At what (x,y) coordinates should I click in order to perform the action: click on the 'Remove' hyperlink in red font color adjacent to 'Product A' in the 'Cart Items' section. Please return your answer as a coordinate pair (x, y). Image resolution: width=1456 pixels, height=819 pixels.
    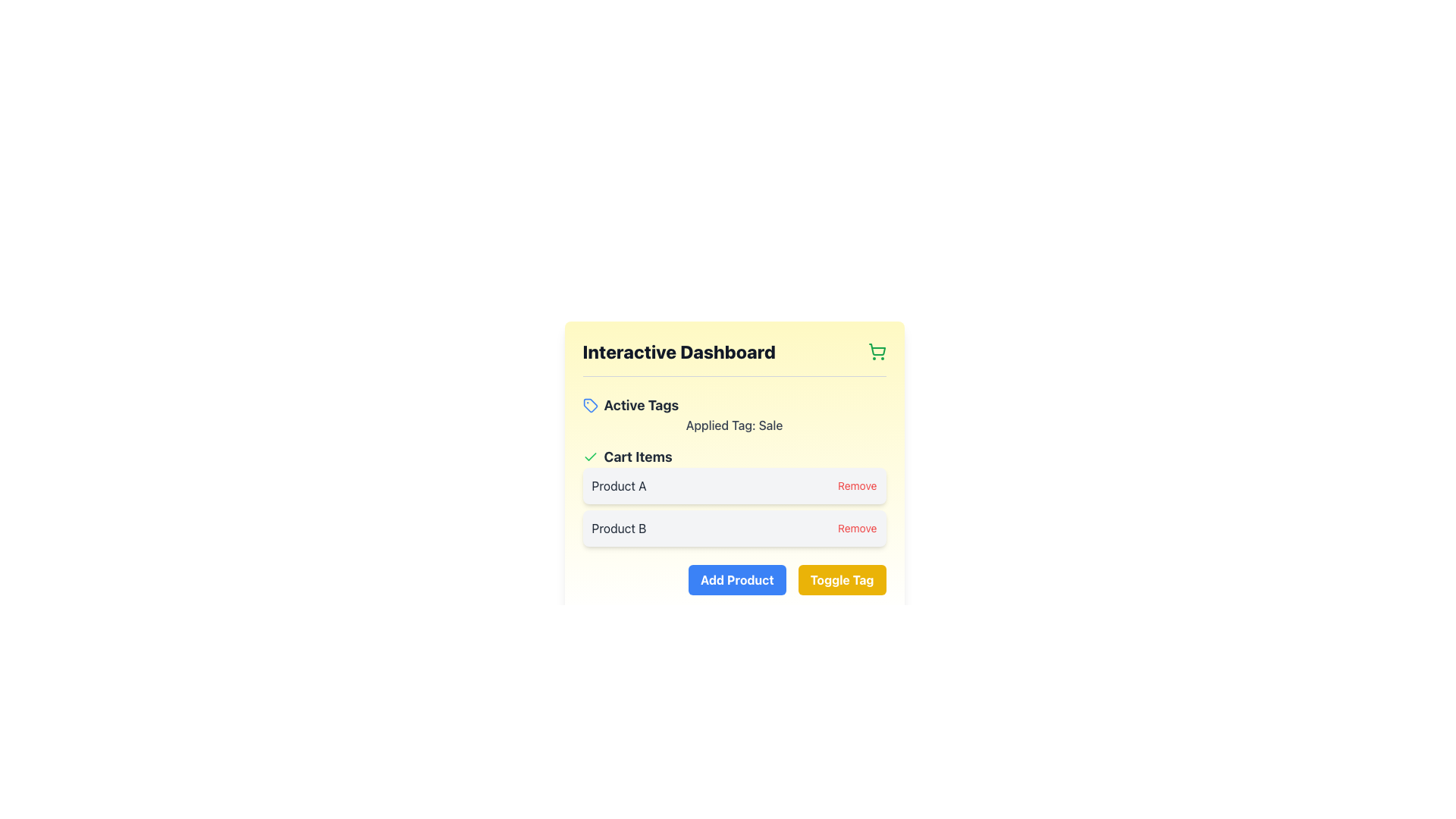
    Looking at the image, I should click on (857, 485).